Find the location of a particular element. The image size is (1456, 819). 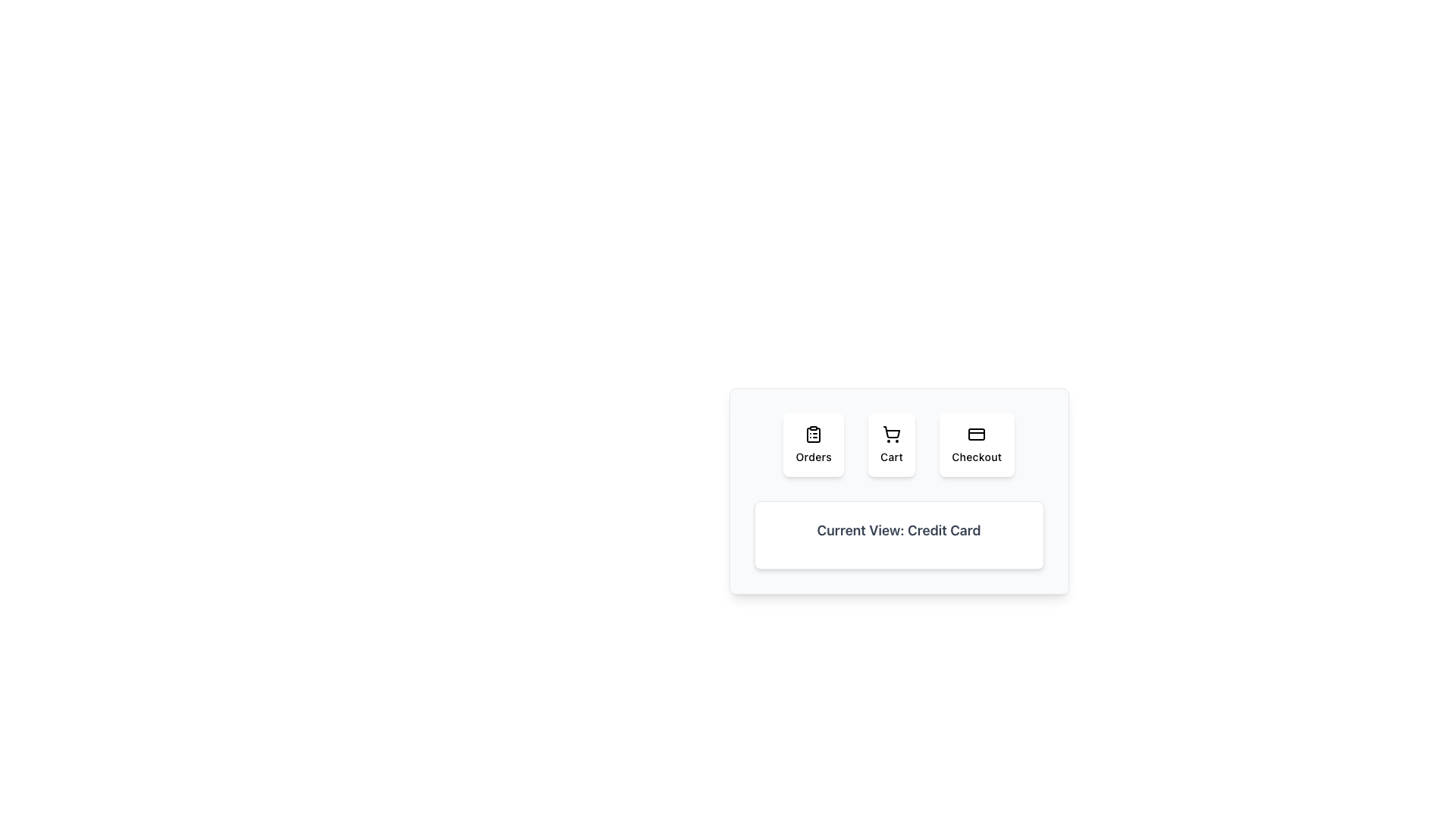

text label that serves as the title for the 'Orders' card, located below the clipboard icon in the top-left section of the interface is located at coordinates (813, 456).